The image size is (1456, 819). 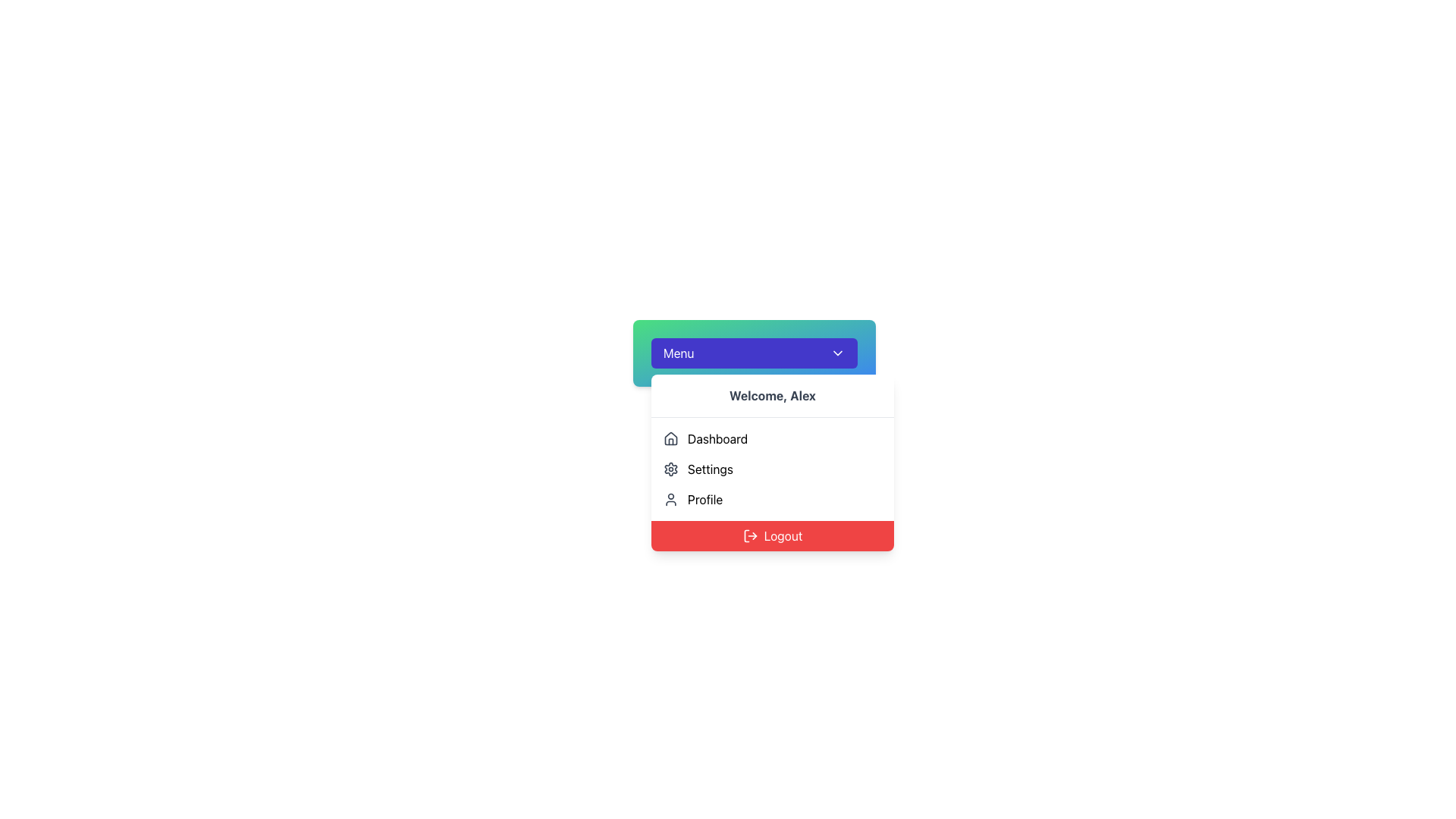 I want to click on the 'Settings' text label in the dropdown menu, so click(x=709, y=468).